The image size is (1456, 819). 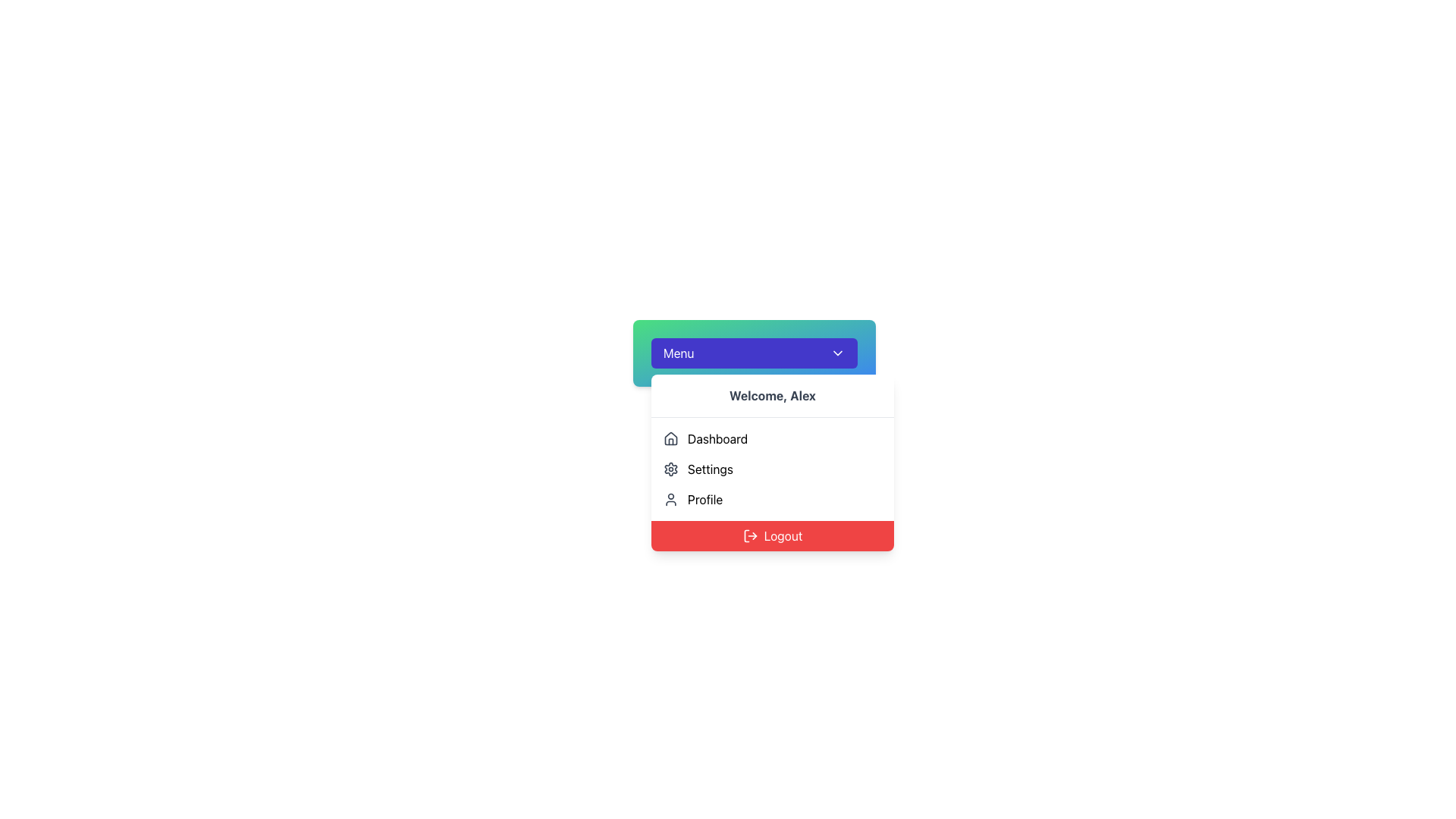 I want to click on the 'Settings' text label in the dropdown menu, so click(x=709, y=468).